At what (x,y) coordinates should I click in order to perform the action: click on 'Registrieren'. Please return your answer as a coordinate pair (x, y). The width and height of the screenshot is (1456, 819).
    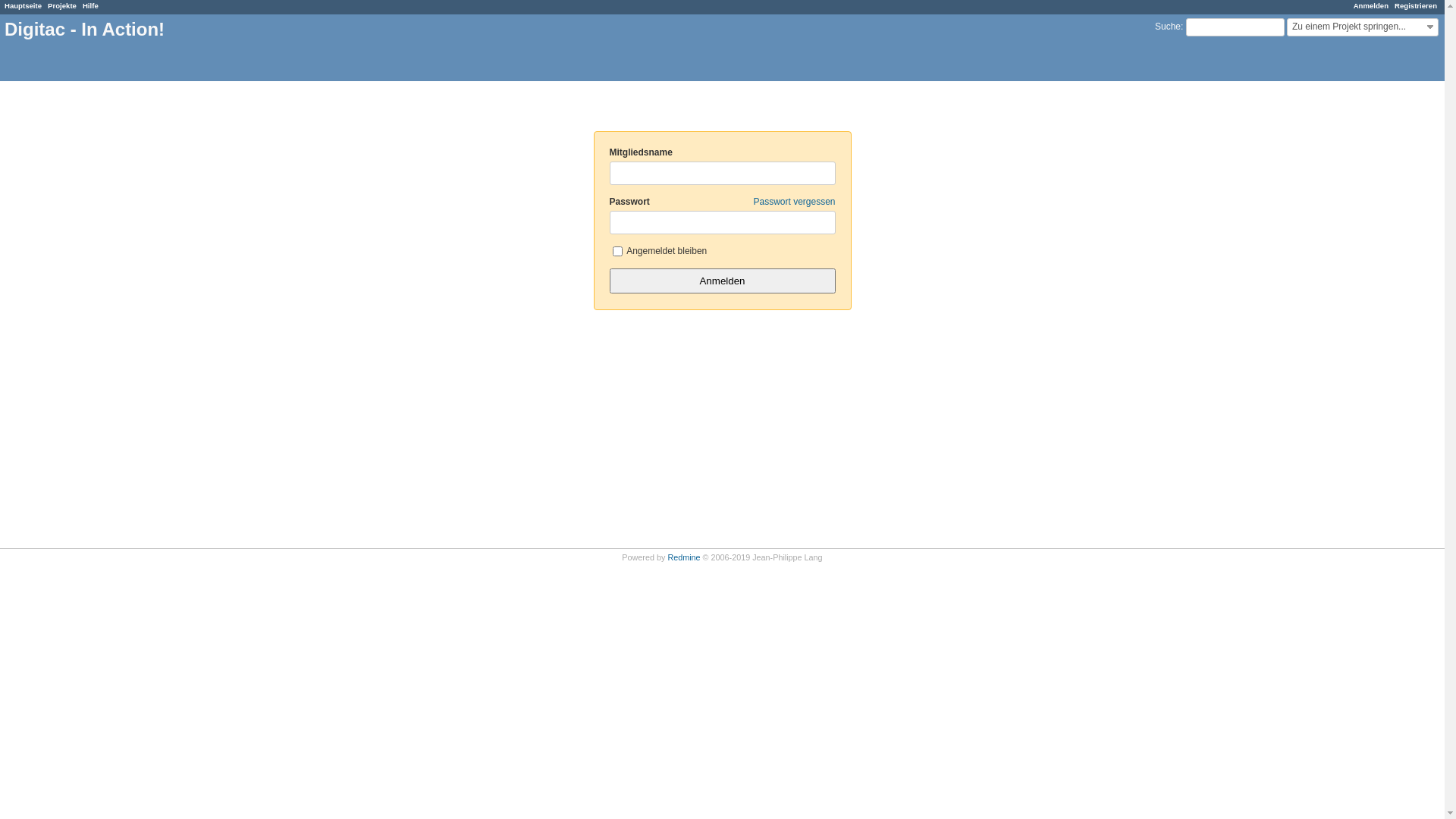
    Looking at the image, I should click on (1394, 5).